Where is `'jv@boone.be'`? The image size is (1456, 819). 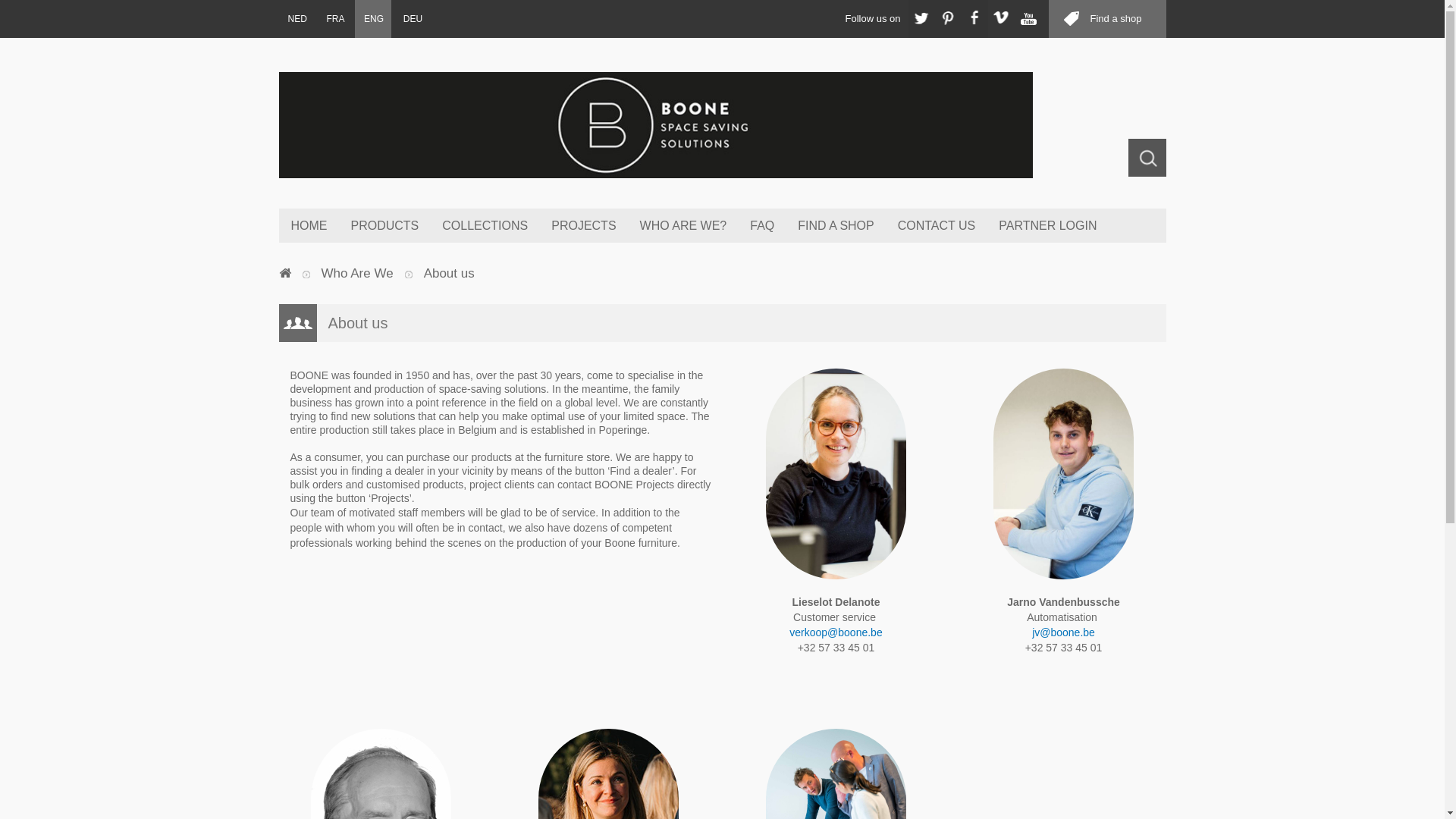 'jv@boone.be' is located at coordinates (1062, 632).